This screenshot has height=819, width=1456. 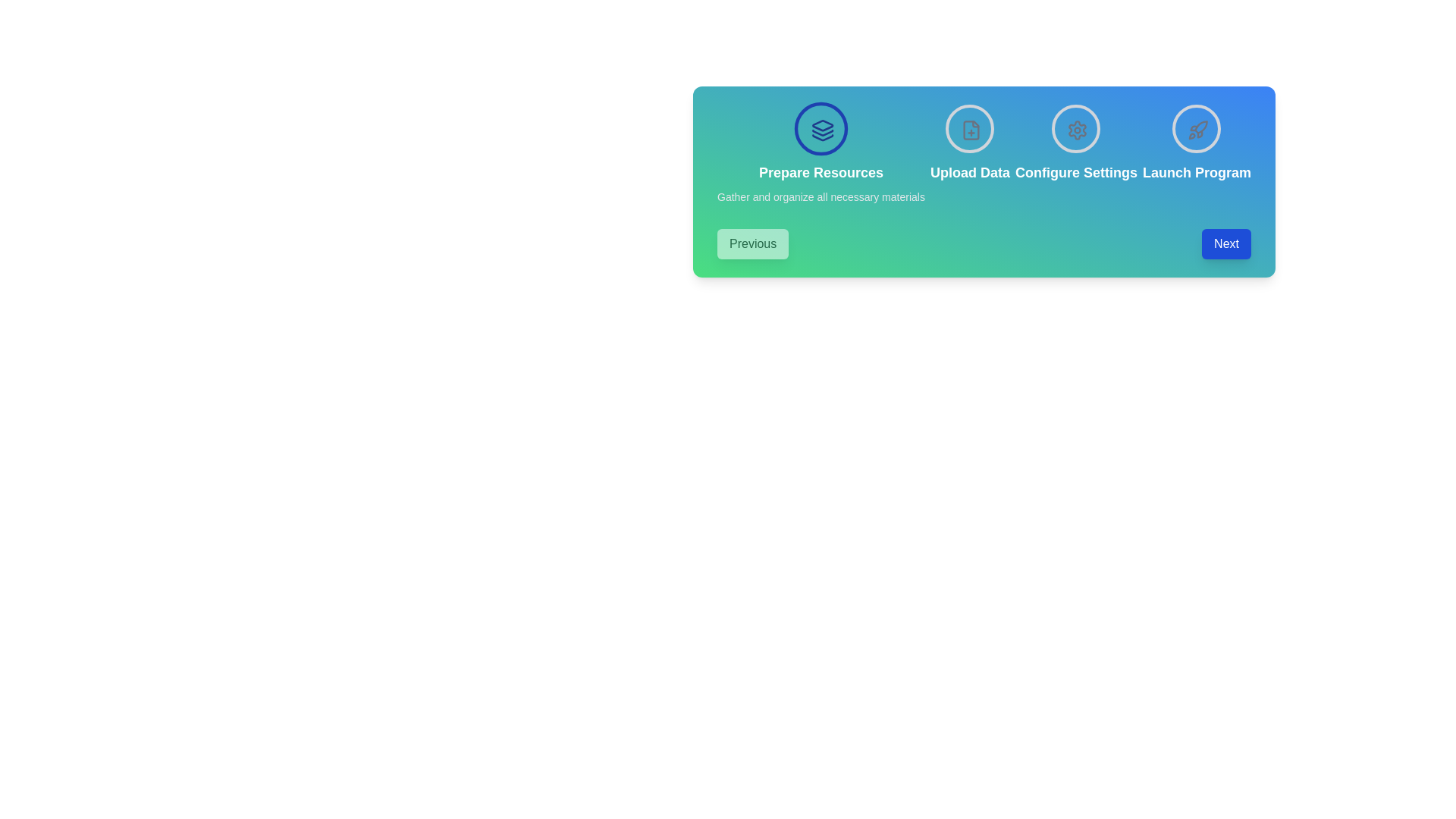 I want to click on 'Next' button to proceed to the next step in the program, so click(x=1226, y=243).